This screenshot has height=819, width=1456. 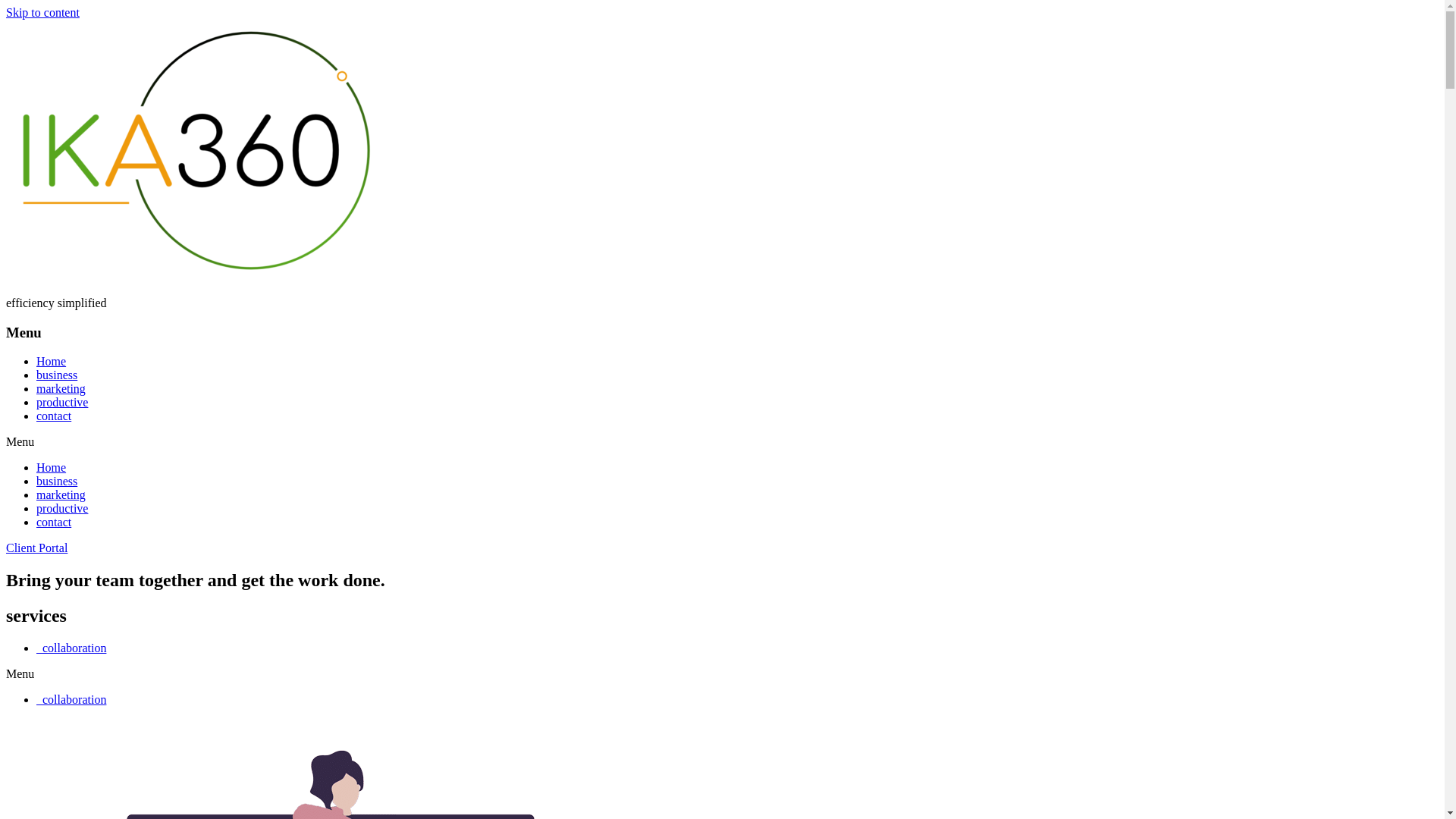 What do you see at coordinates (51, 361) in the screenshot?
I see `'Home'` at bounding box center [51, 361].